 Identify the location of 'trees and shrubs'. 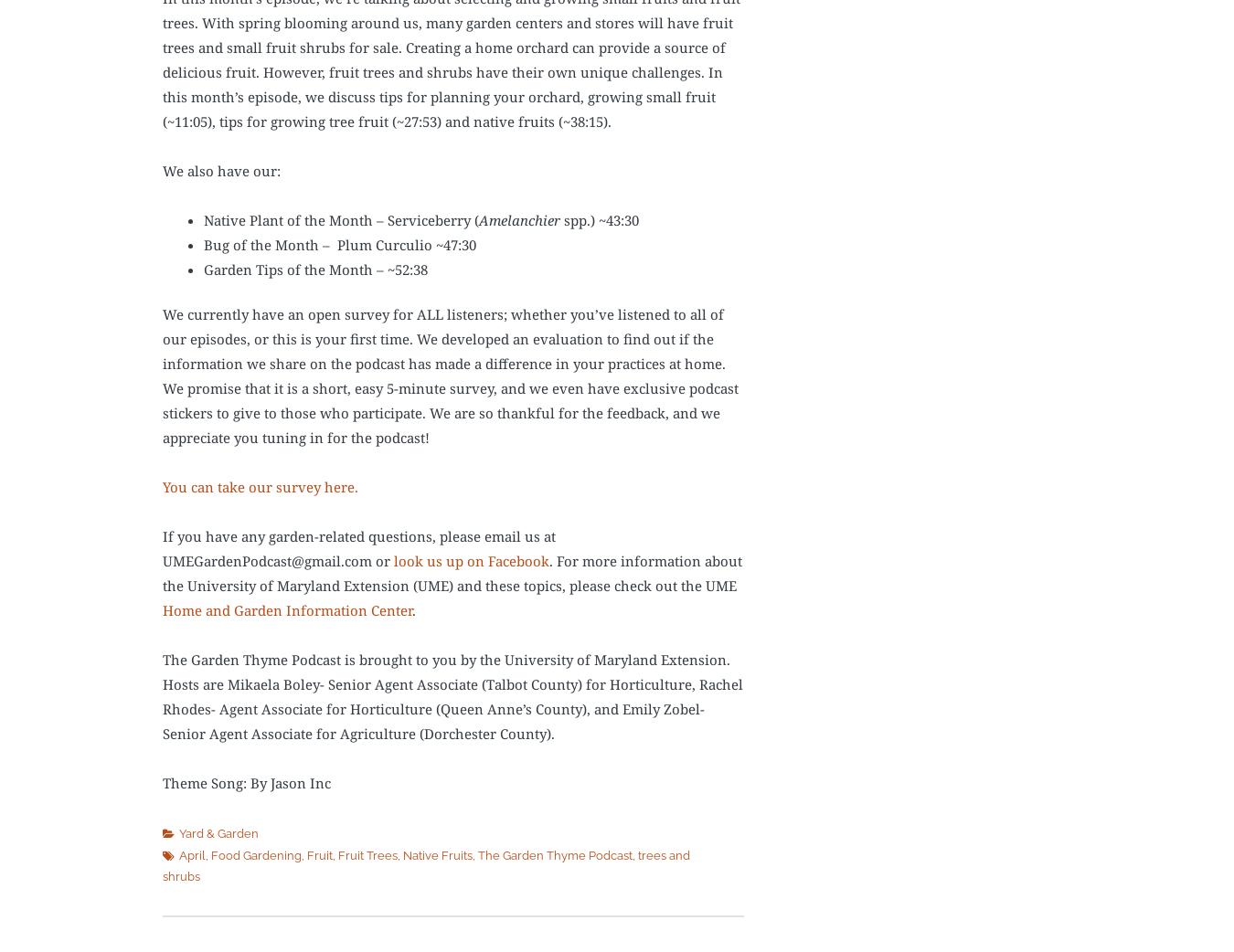
(425, 864).